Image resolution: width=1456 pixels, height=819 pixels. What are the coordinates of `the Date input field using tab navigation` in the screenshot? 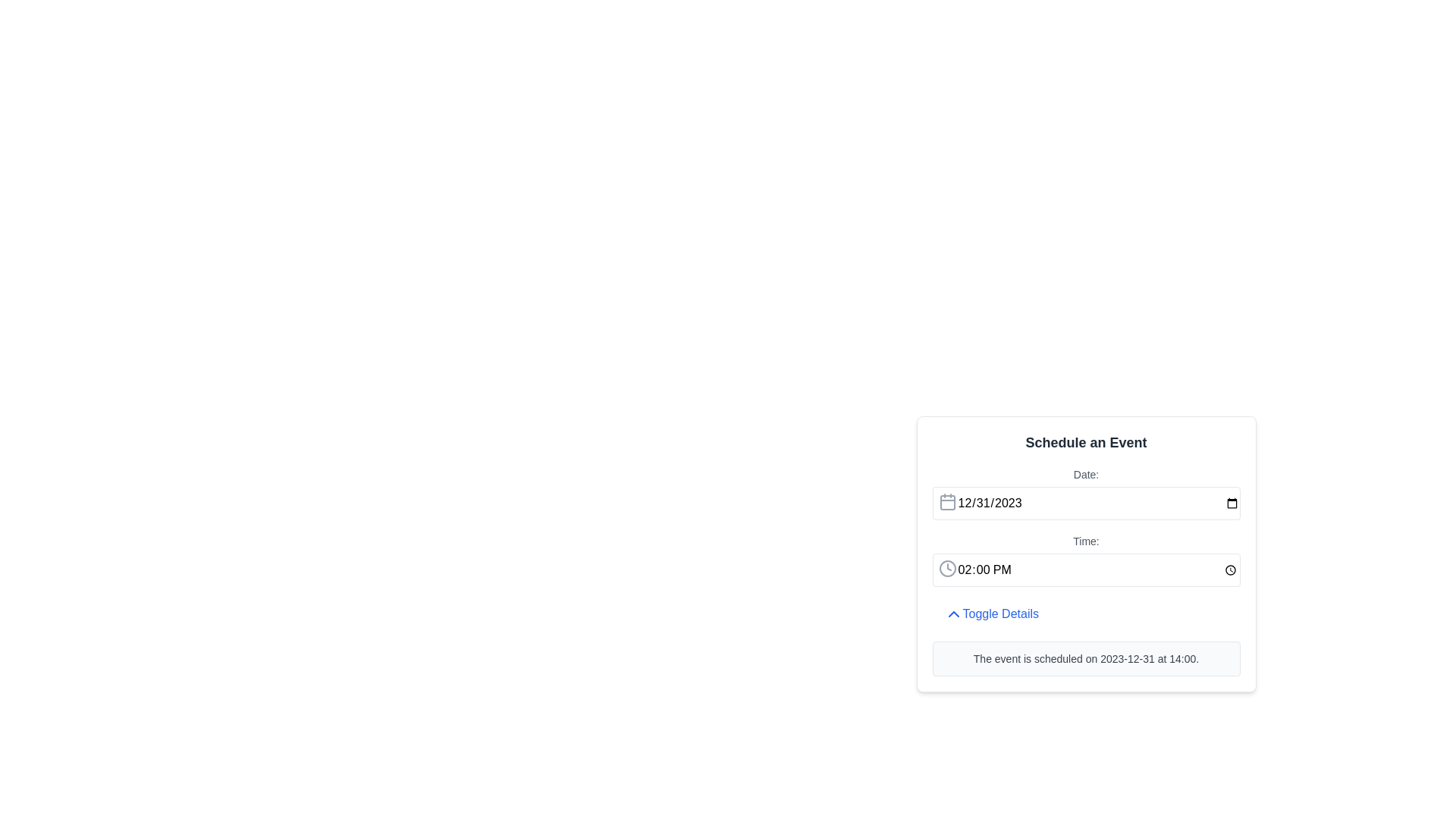 It's located at (1085, 493).